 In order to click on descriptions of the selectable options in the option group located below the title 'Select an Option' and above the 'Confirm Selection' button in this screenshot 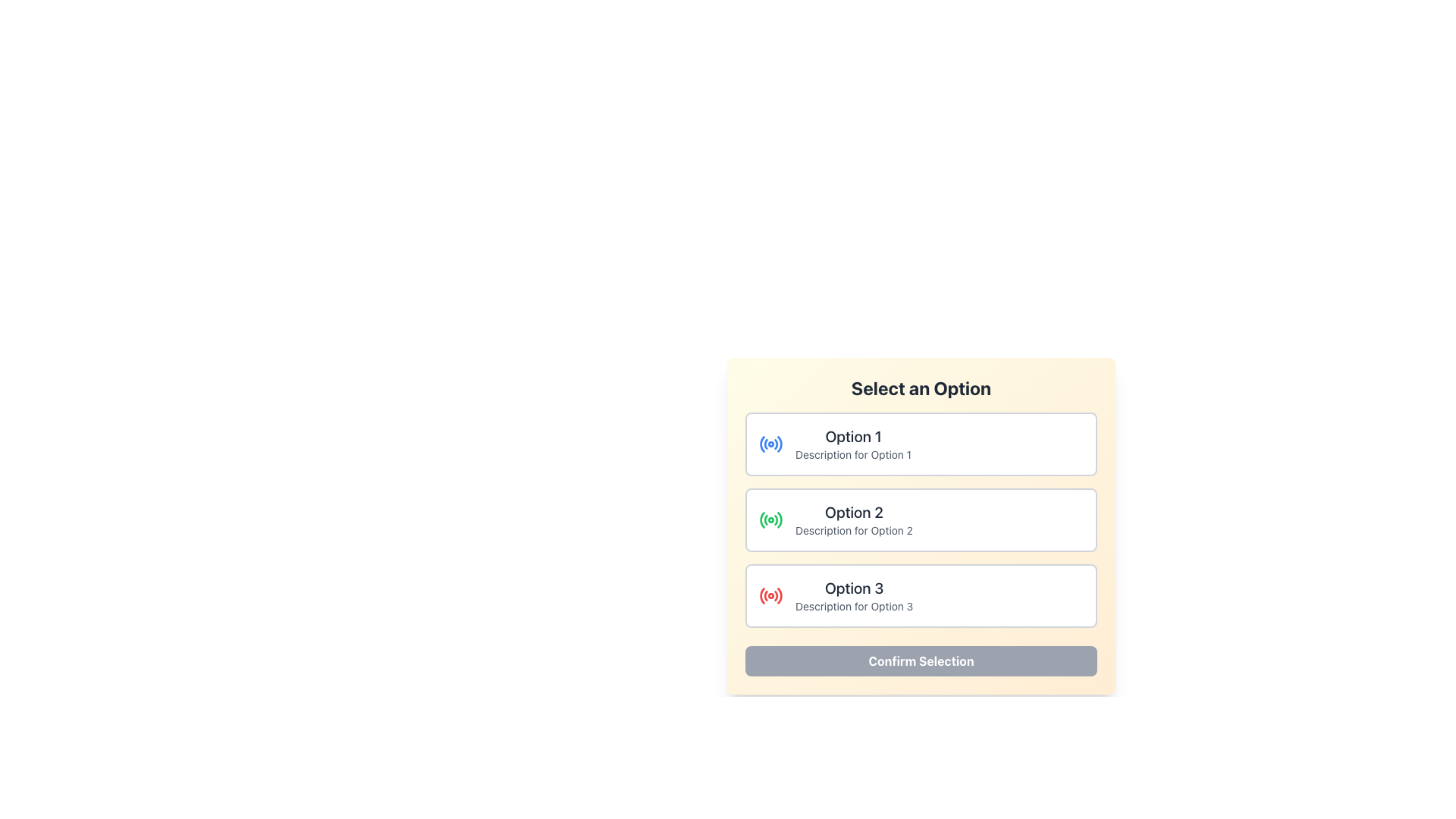, I will do `click(920, 519)`.